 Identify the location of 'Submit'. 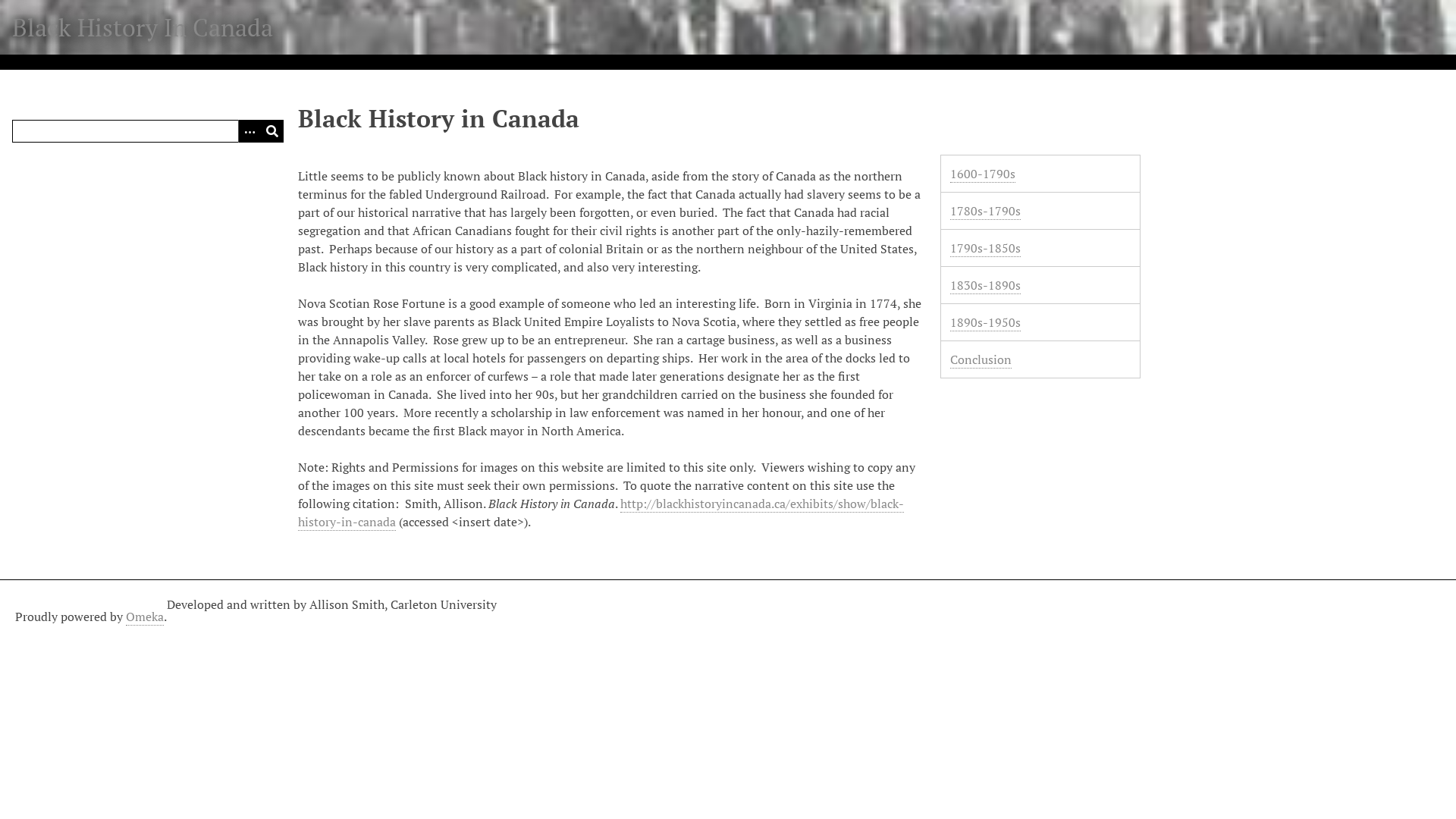
(272, 130).